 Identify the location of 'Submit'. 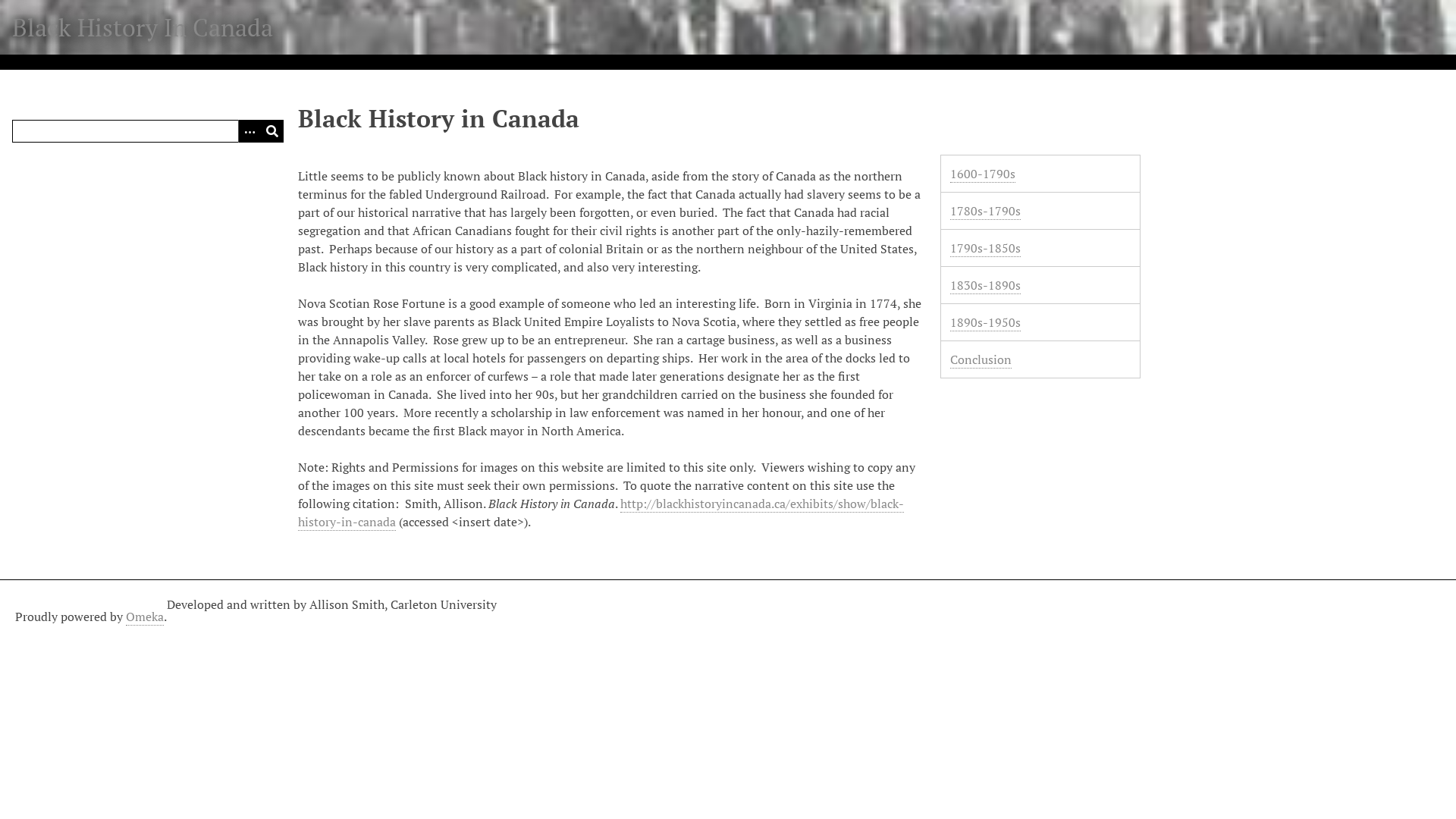
(272, 130).